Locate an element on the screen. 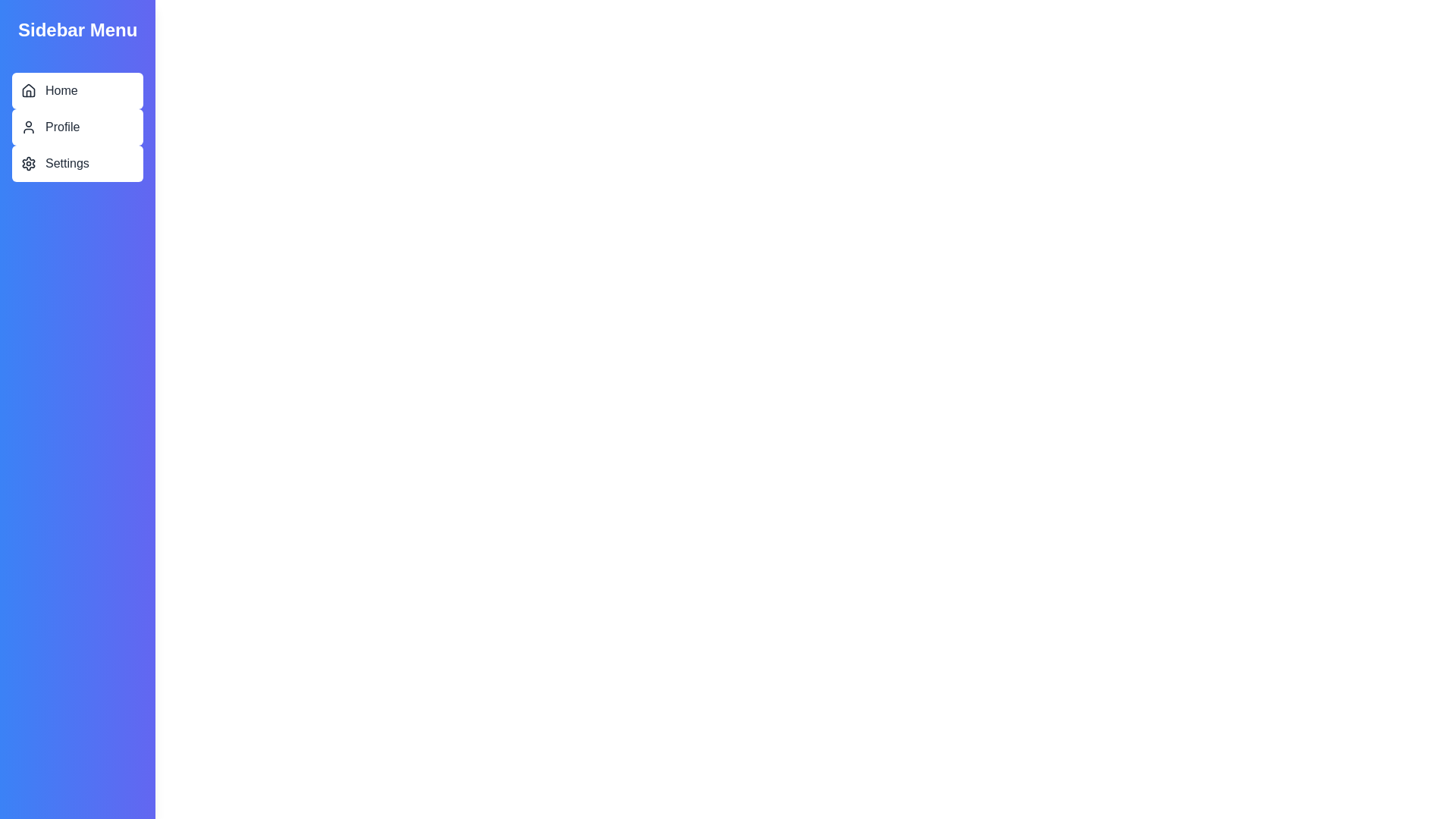 This screenshot has width=1456, height=819. the navigational button in the sidebar menu that redirects to the home page or dashboard is located at coordinates (77, 90).